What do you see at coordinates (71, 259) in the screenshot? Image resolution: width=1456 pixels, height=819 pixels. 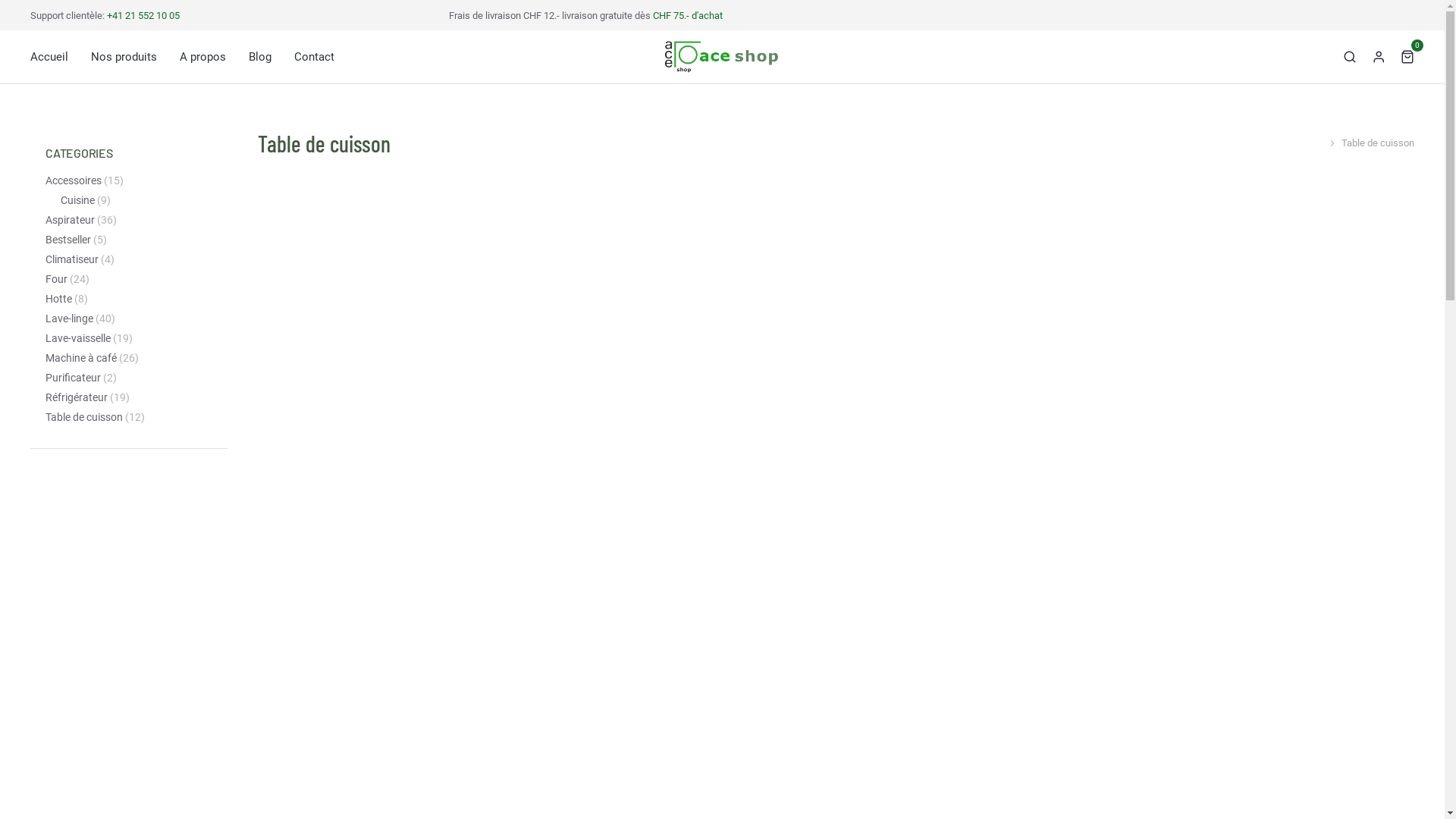 I see `'Climatiseur'` at bounding box center [71, 259].